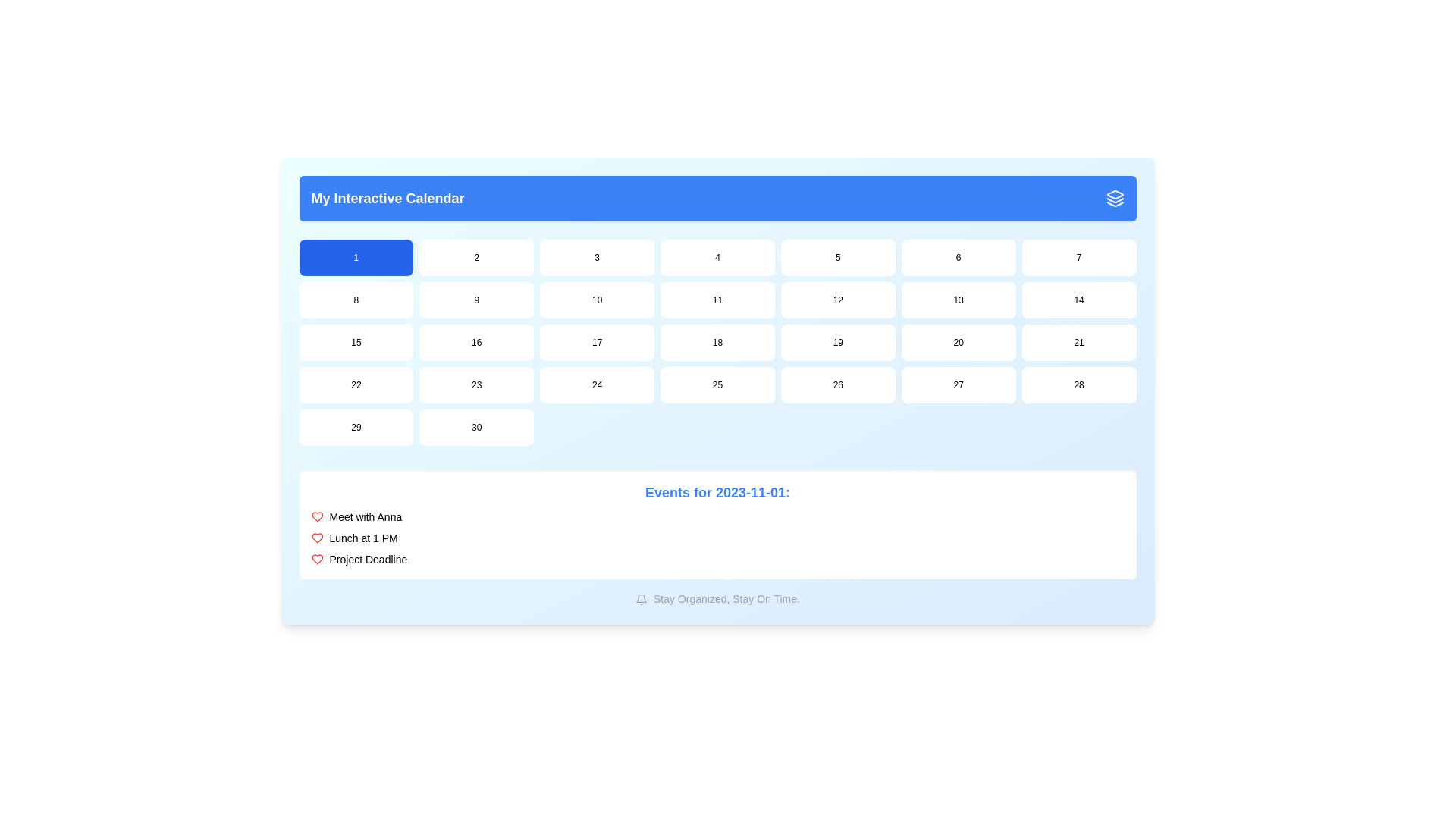  Describe the element at coordinates (355, 300) in the screenshot. I see `the square button labeled '8' in the second row and first column of a grid` at that location.